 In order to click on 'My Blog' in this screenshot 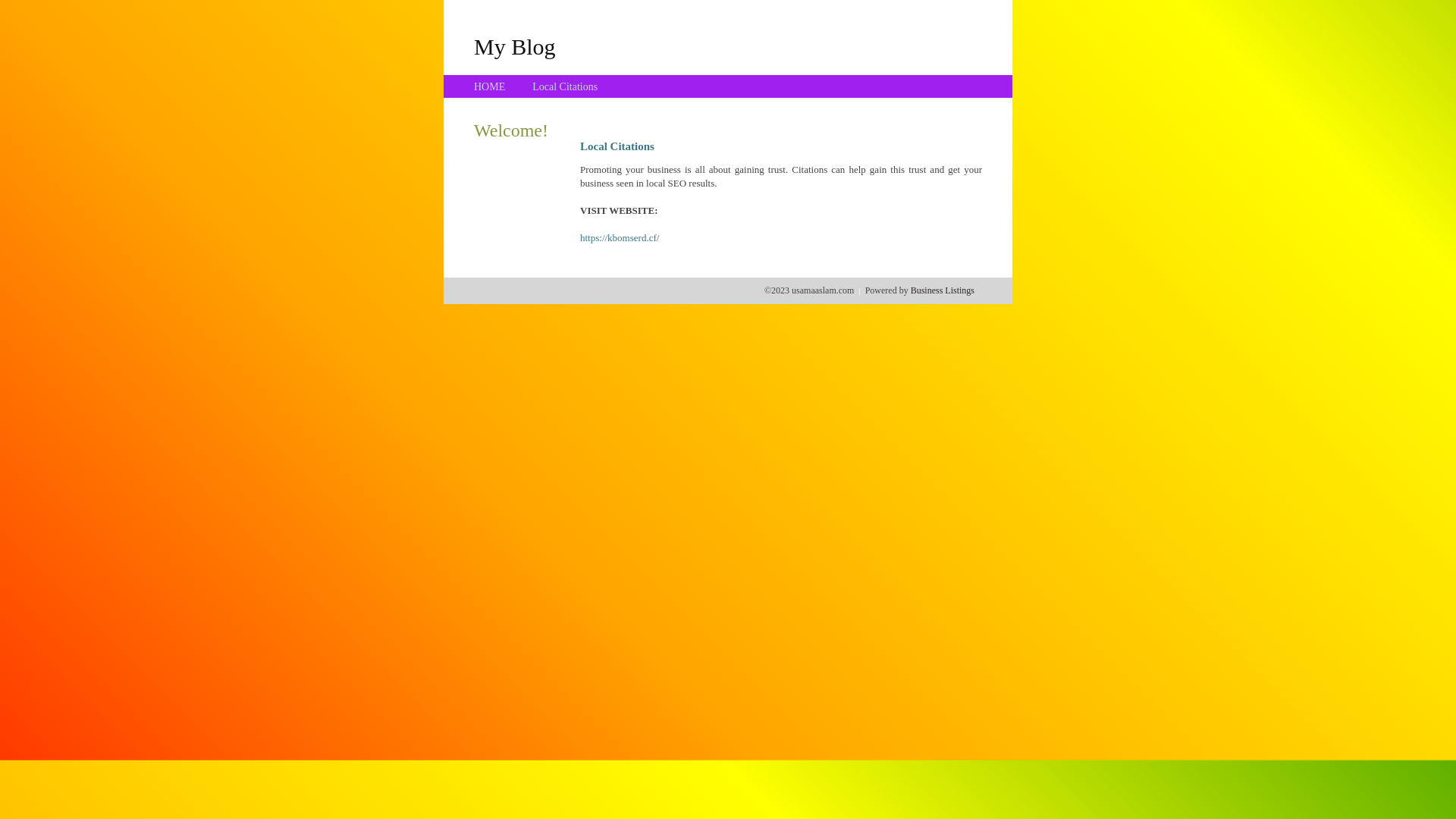, I will do `click(514, 45)`.